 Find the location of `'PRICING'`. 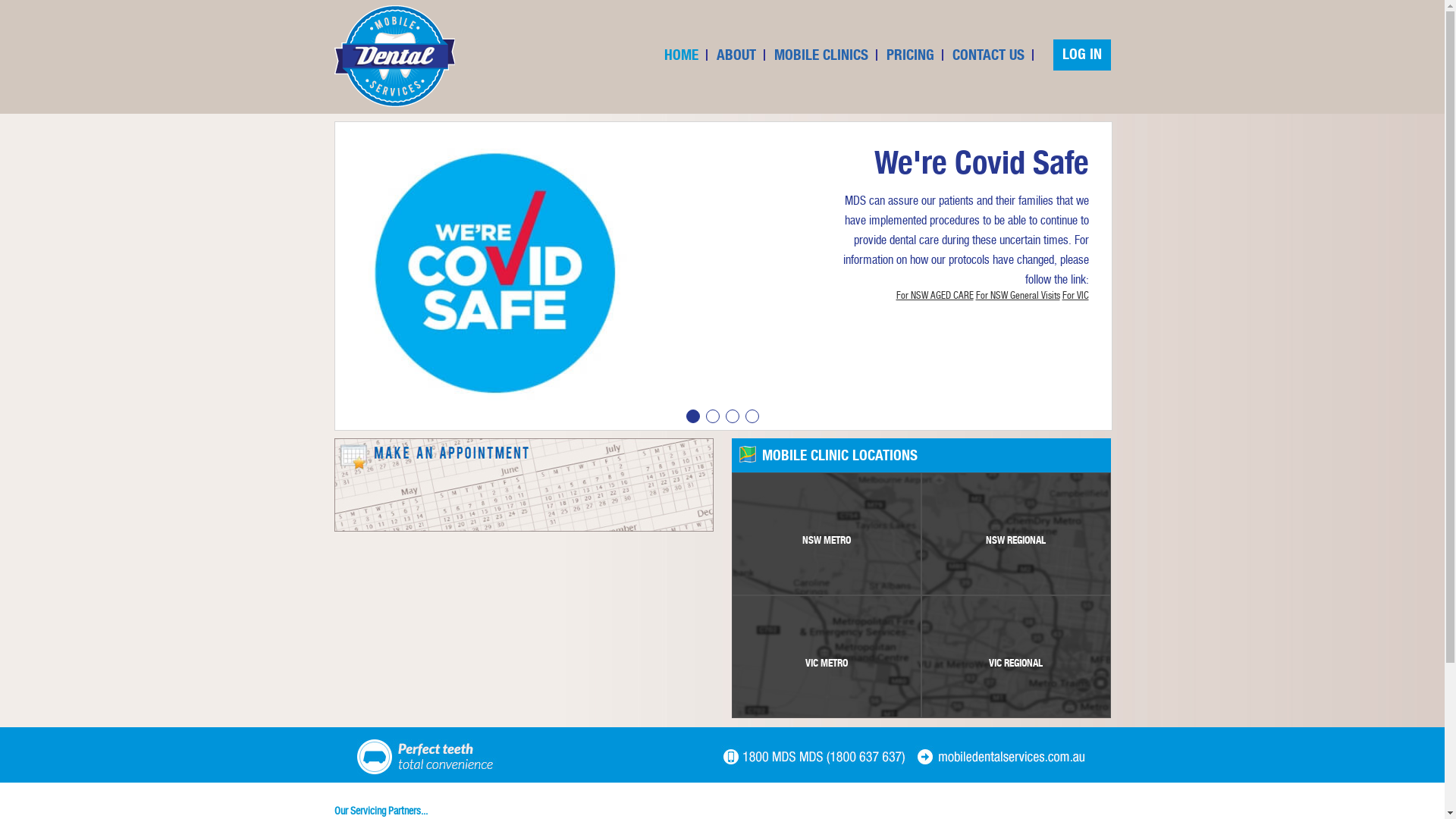

'PRICING' is located at coordinates (910, 54).